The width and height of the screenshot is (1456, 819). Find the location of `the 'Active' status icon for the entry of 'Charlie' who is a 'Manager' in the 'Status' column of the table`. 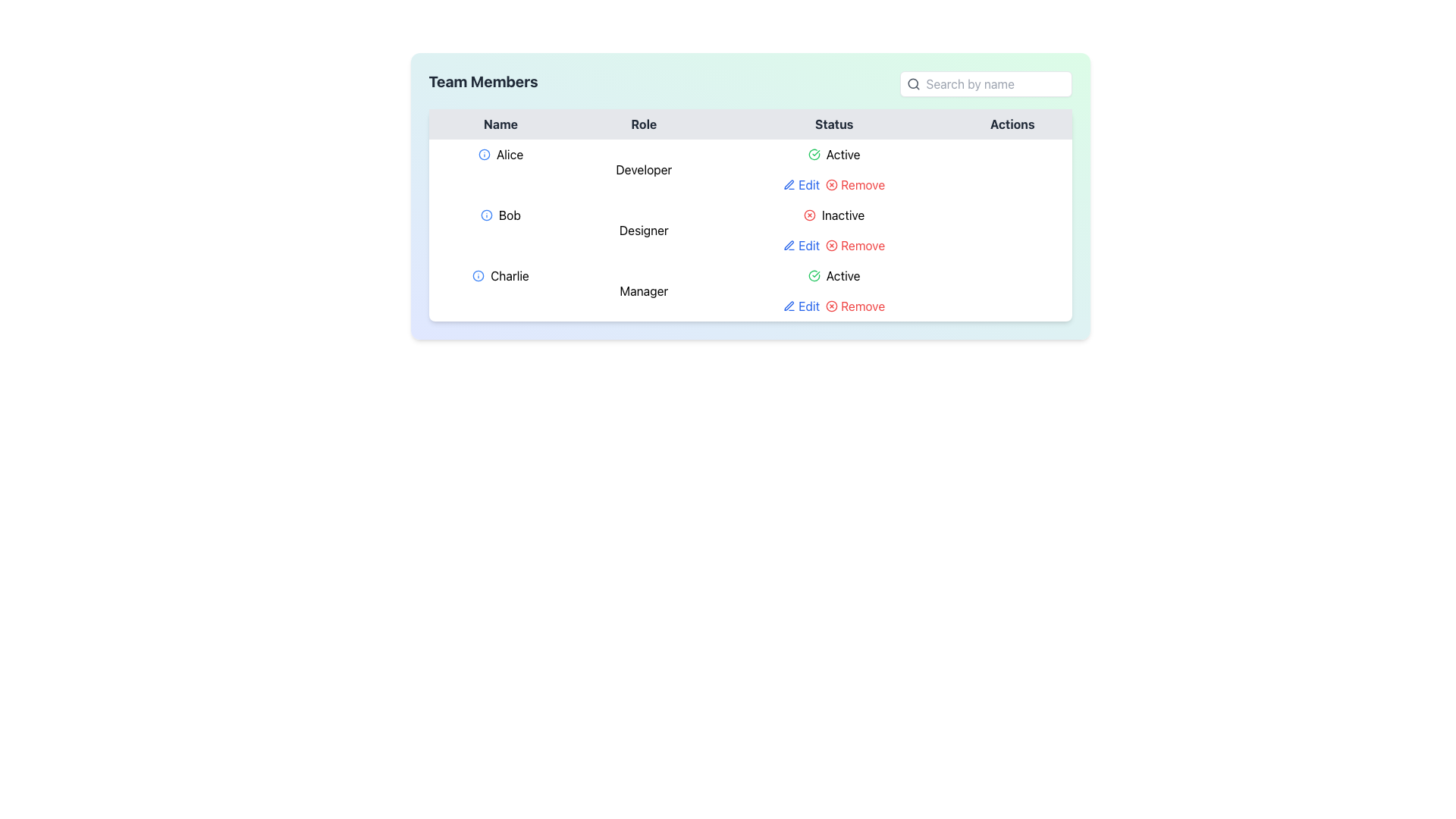

the 'Active' status icon for the entry of 'Charlie' who is a 'Manager' in the 'Status' column of the table is located at coordinates (813, 275).